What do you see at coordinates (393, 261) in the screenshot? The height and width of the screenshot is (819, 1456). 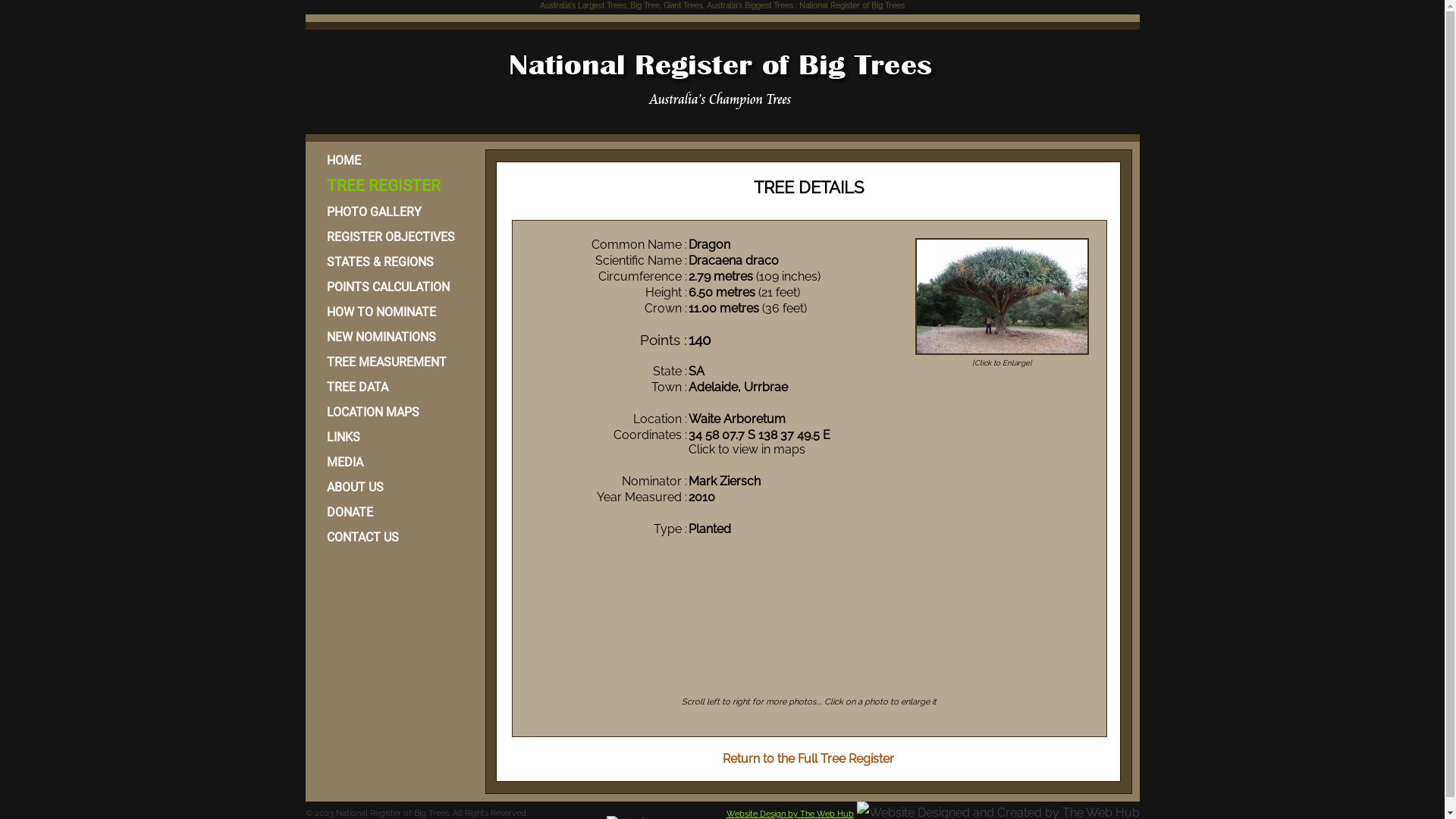 I see `'STATES & REGIONS'` at bounding box center [393, 261].